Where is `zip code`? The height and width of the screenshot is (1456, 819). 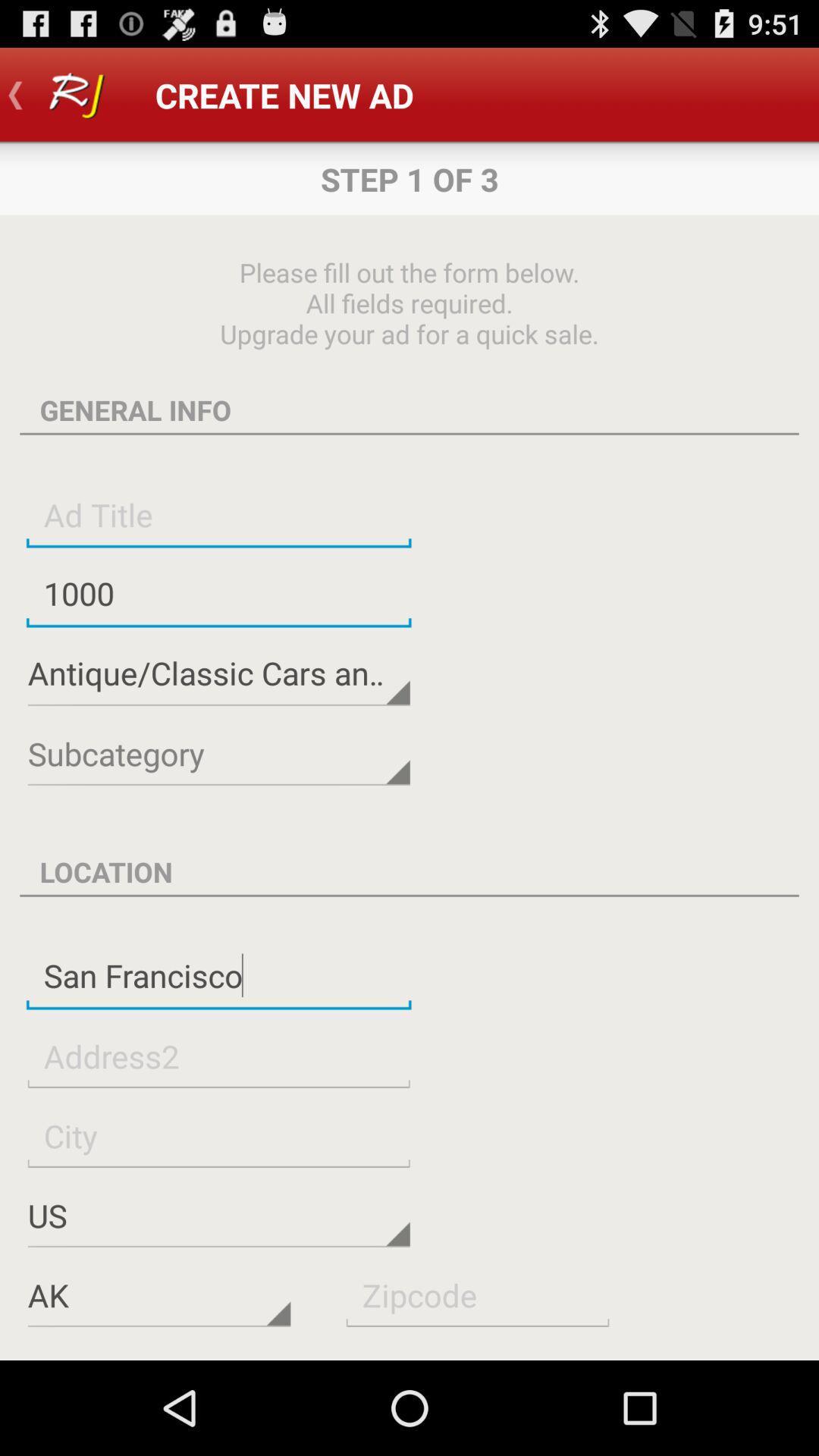 zip code is located at coordinates (476, 1294).